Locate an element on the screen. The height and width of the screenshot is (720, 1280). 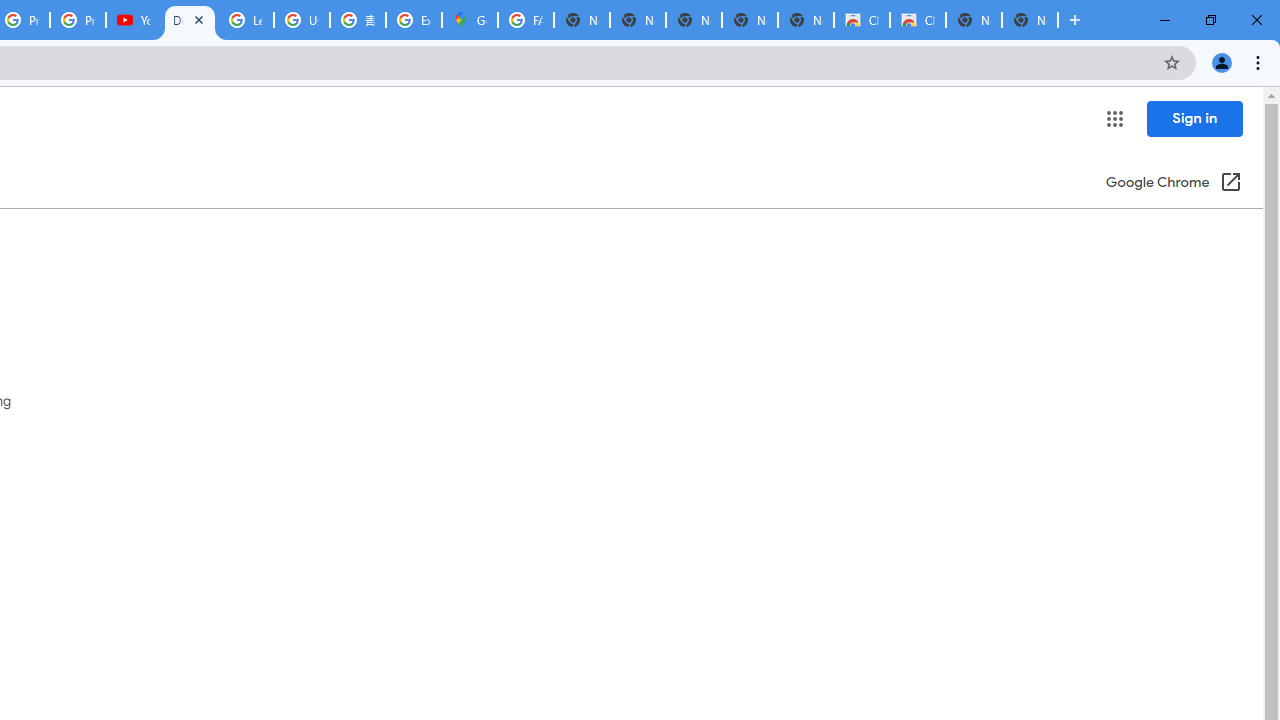
'Privacy Checkup' is located at coordinates (78, 20).